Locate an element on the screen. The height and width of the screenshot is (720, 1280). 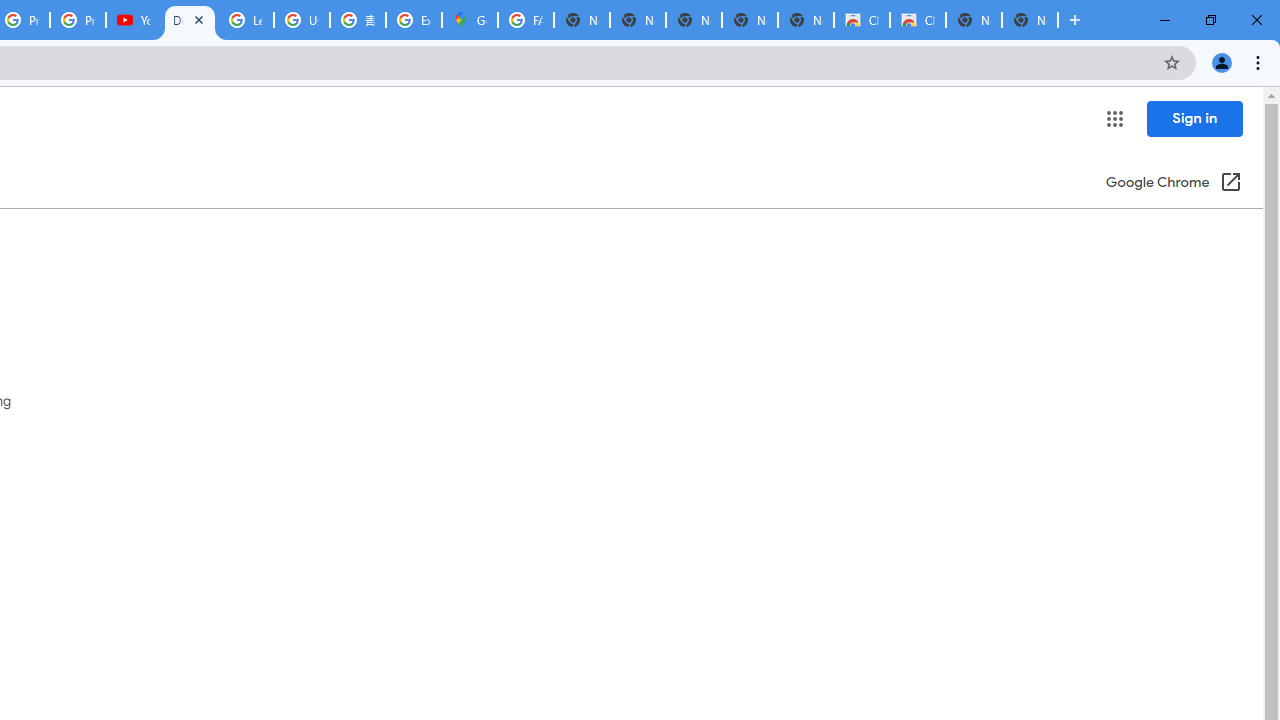
'Privacy Checkup' is located at coordinates (78, 20).